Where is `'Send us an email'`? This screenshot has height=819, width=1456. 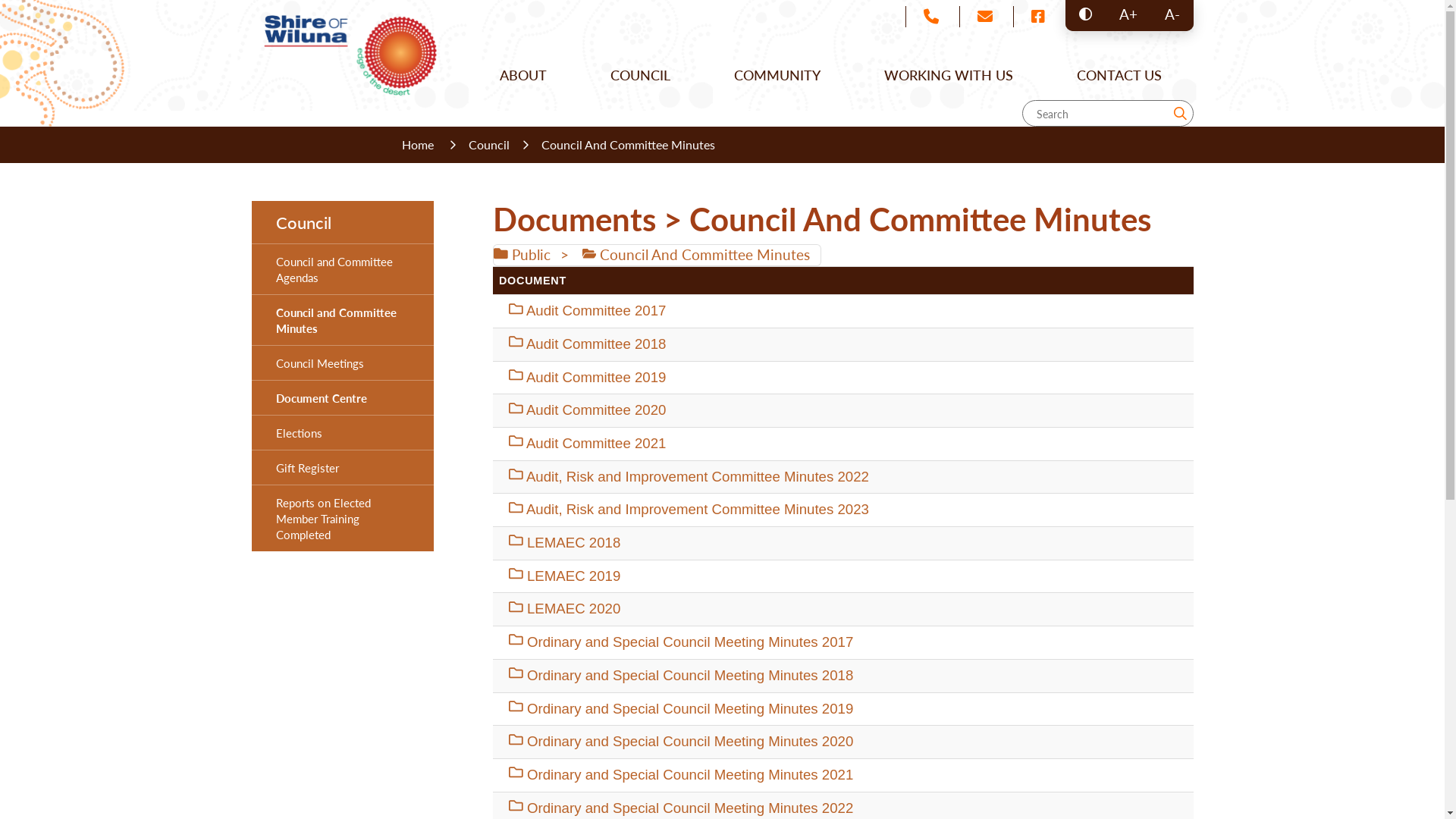
'Send us an email' is located at coordinates (984, 17).